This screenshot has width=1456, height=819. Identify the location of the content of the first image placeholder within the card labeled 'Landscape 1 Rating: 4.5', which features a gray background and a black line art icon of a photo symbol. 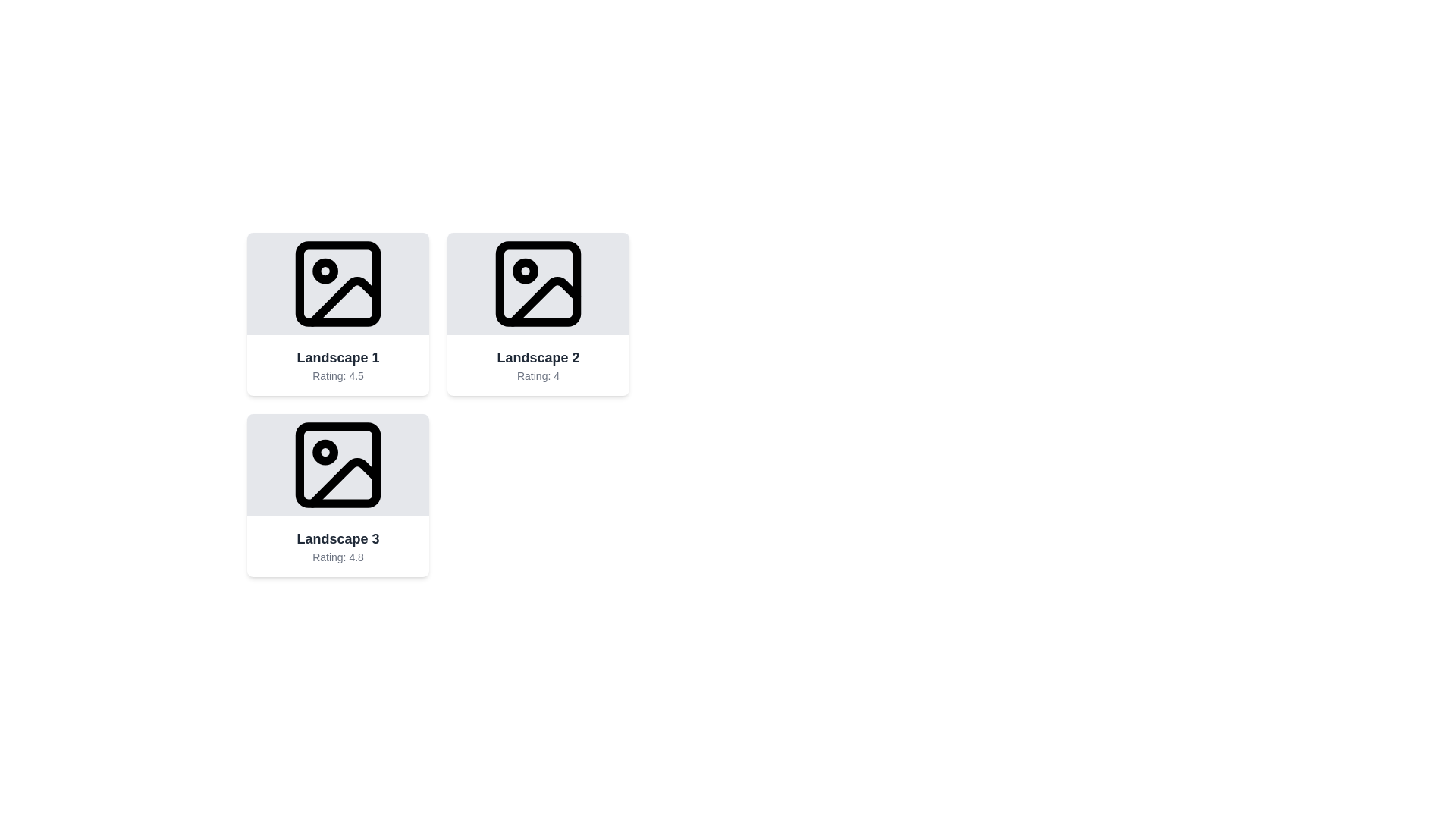
(337, 284).